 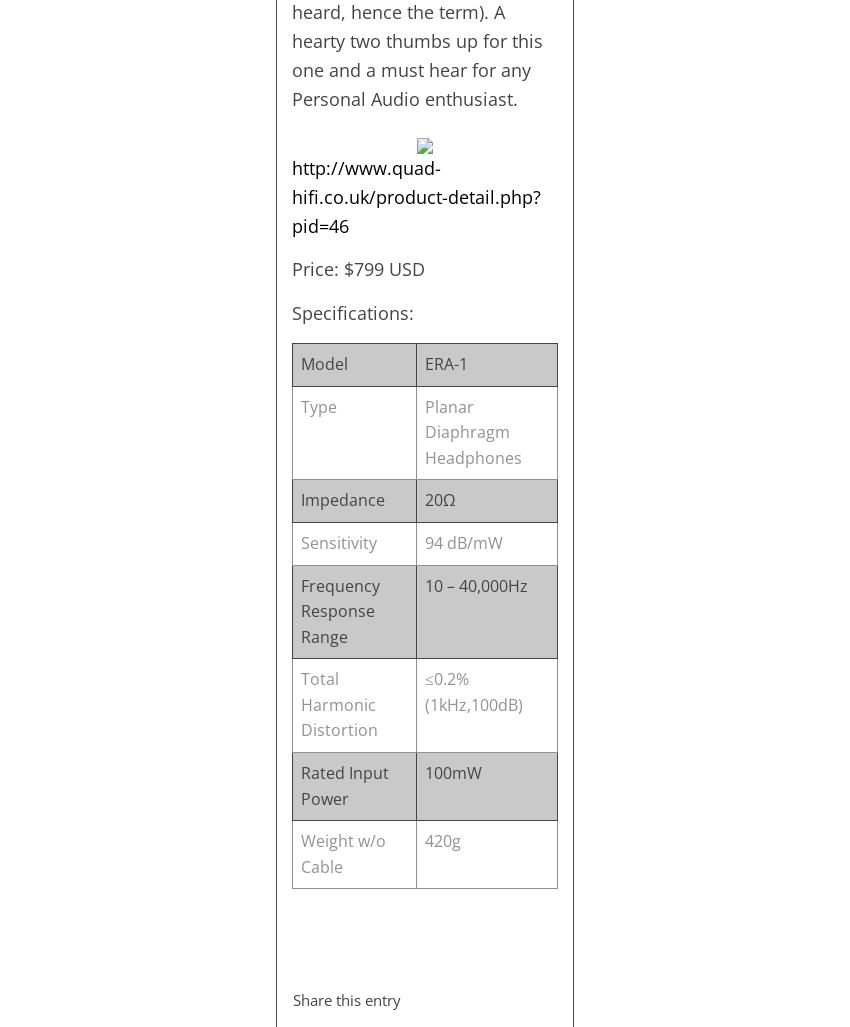 What do you see at coordinates (451, 772) in the screenshot?
I see `'100mW'` at bounding box center [451, 772].